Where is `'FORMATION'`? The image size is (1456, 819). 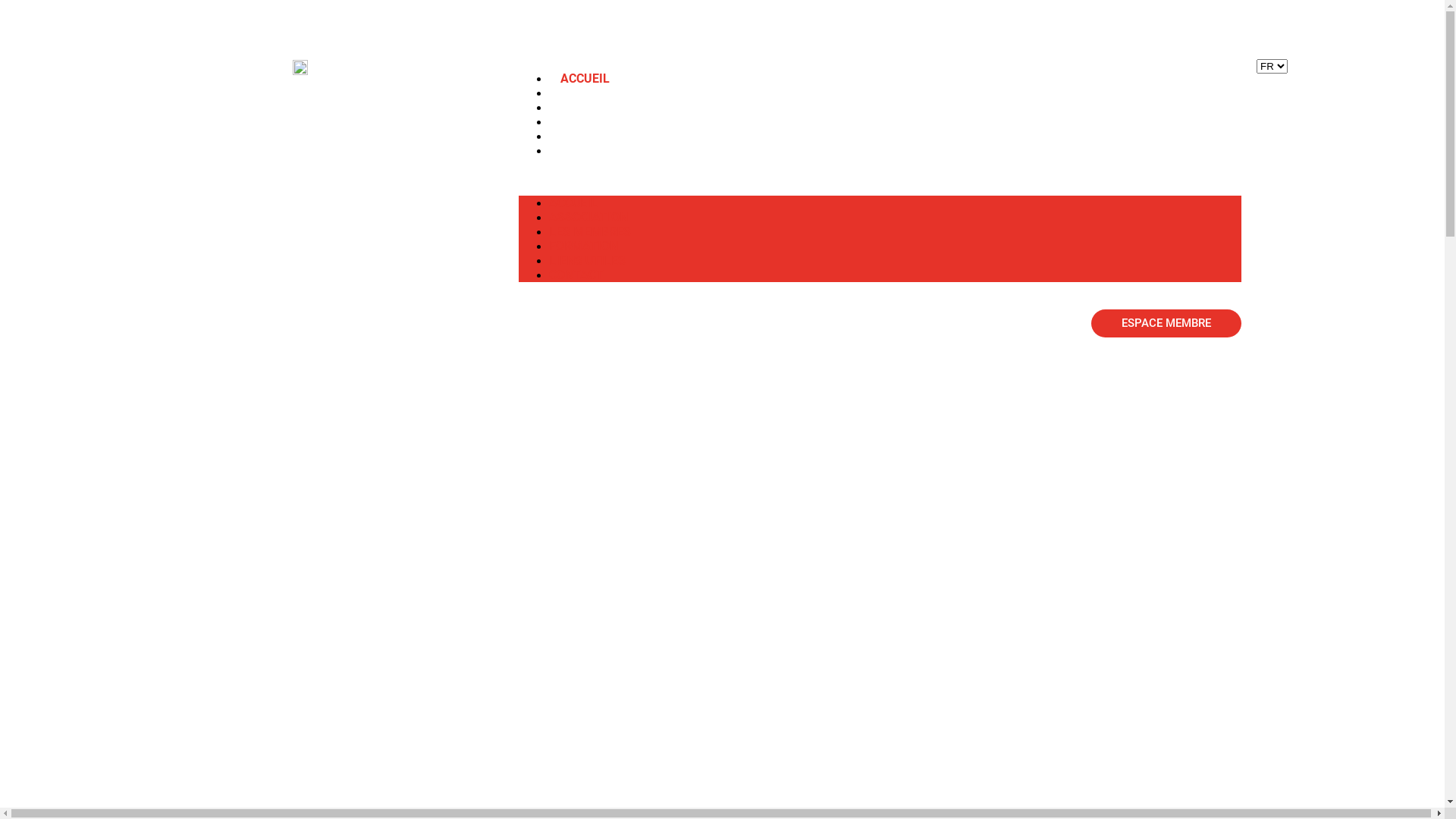 'FORMATION' is located at coordinates (594, 121).